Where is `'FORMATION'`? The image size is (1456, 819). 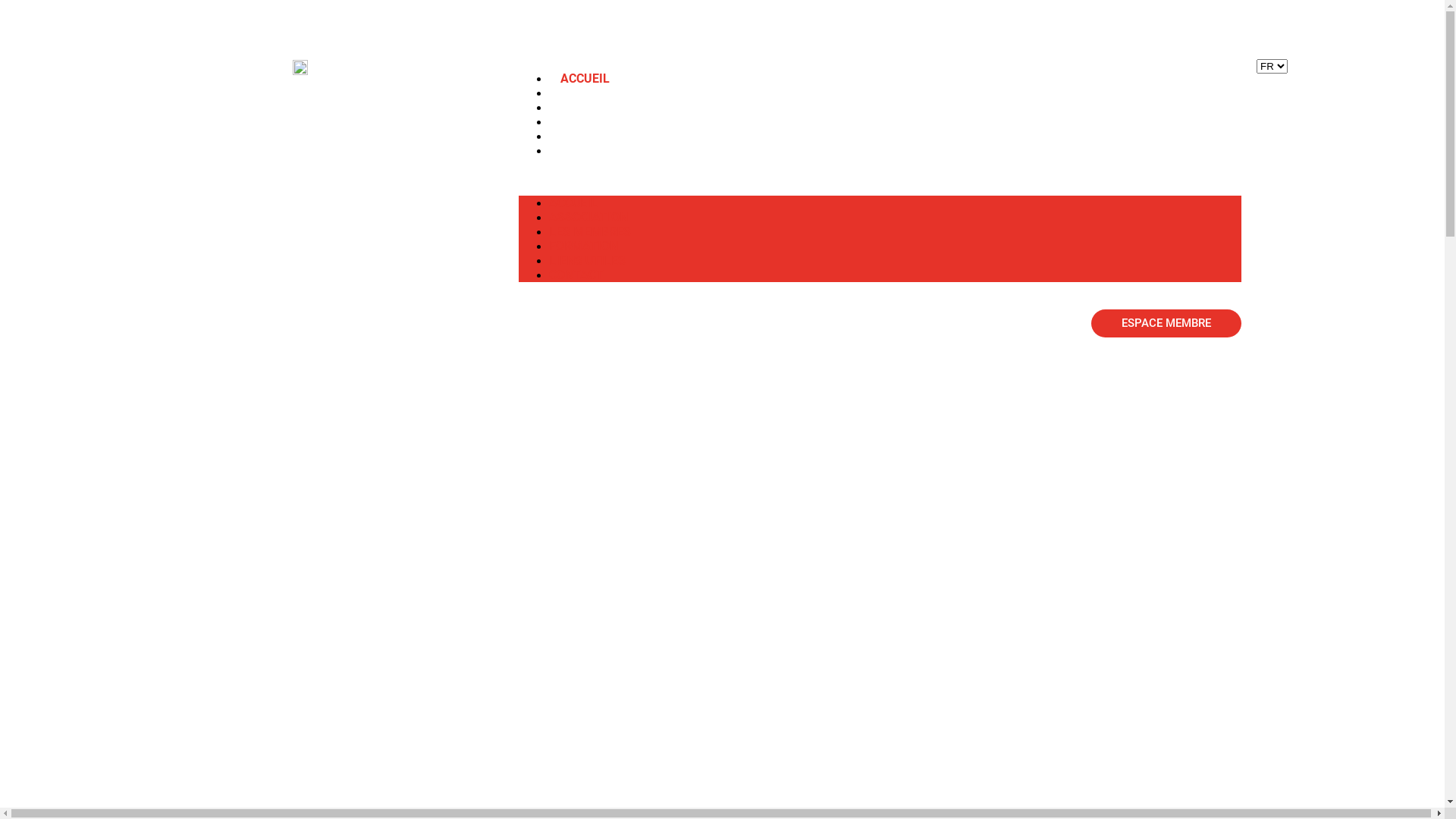 'FORMATION' is located at coordinates (594, 121).